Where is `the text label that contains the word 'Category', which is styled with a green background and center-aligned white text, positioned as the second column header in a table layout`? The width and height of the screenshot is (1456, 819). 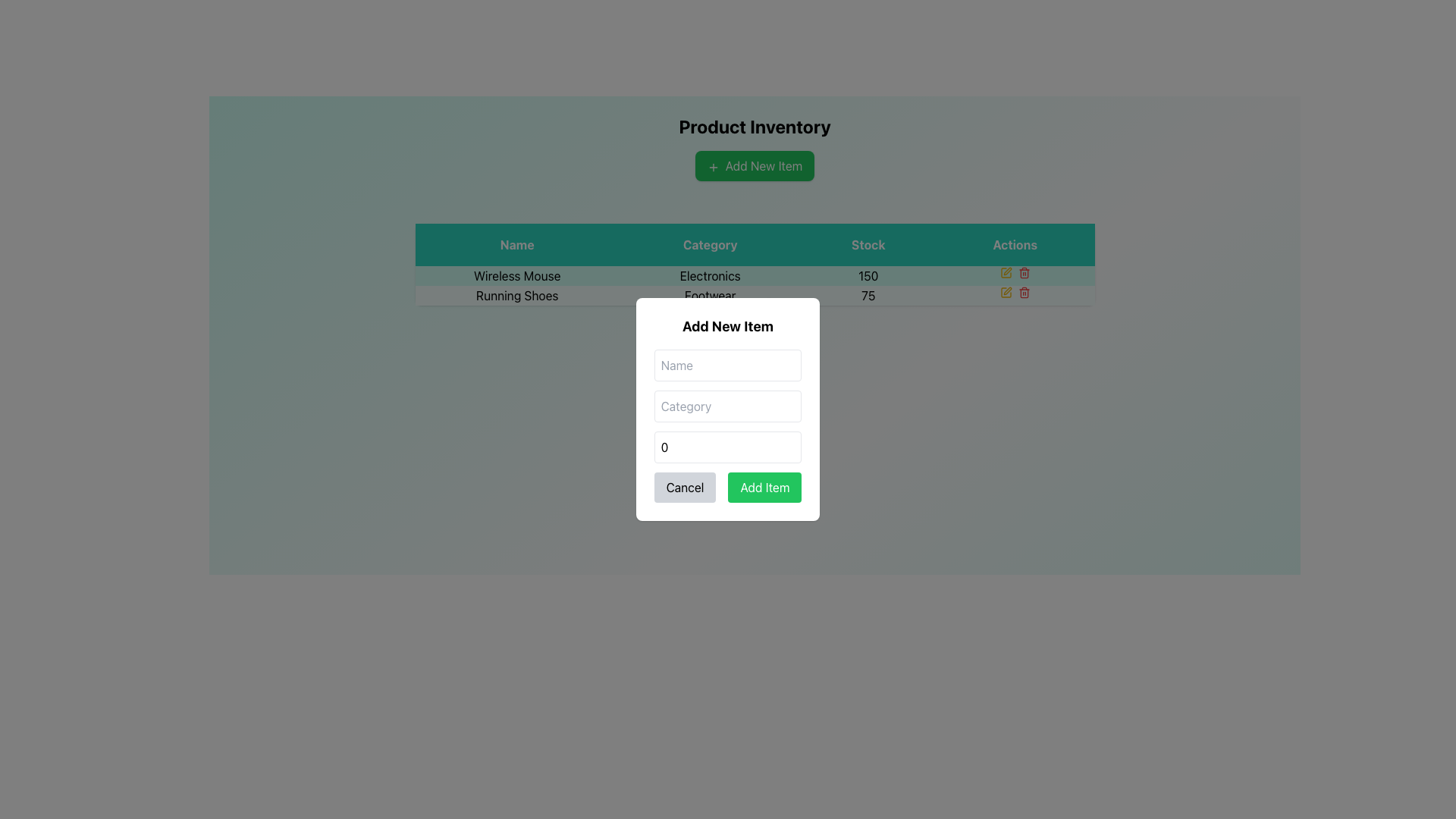
the text label that contains the word 'Category', which is styled with a green background and center-aligned white text, positioned as the second column header in a table layout is located at coordinates (709, 244).